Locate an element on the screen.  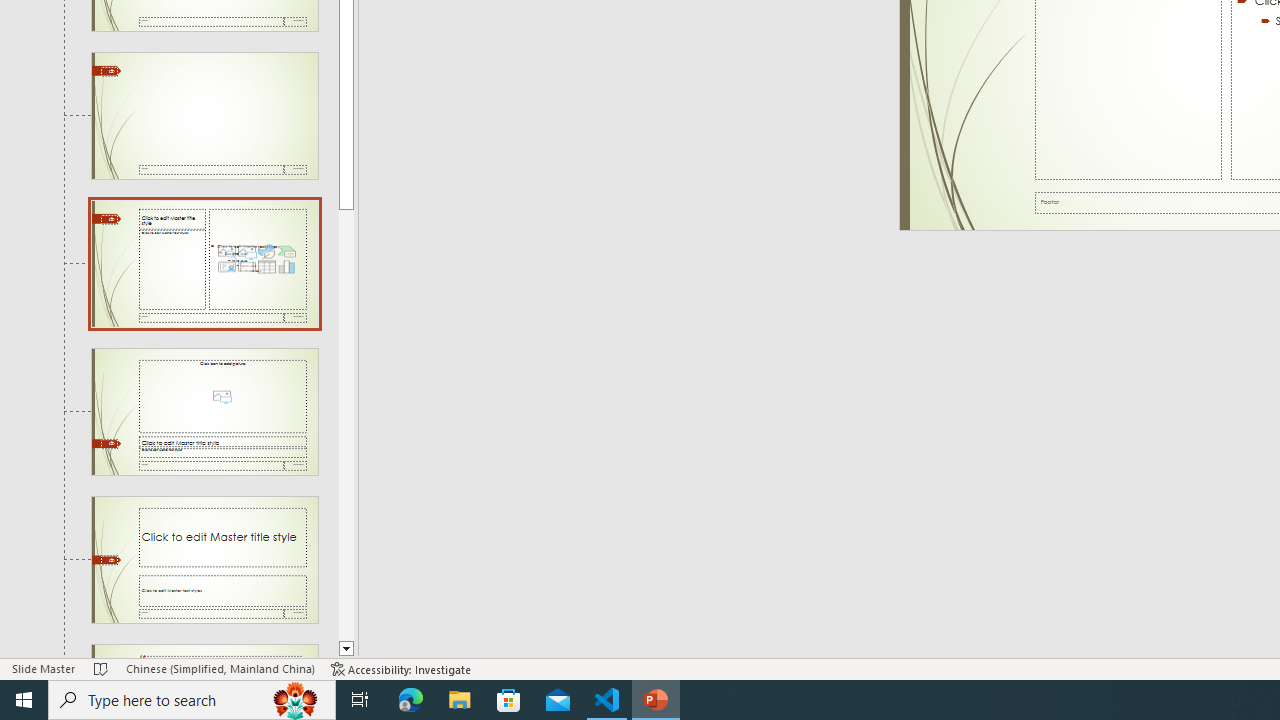
'Slide Title and Caption Layout: used by no slides' is located at coordinates (204, 559).